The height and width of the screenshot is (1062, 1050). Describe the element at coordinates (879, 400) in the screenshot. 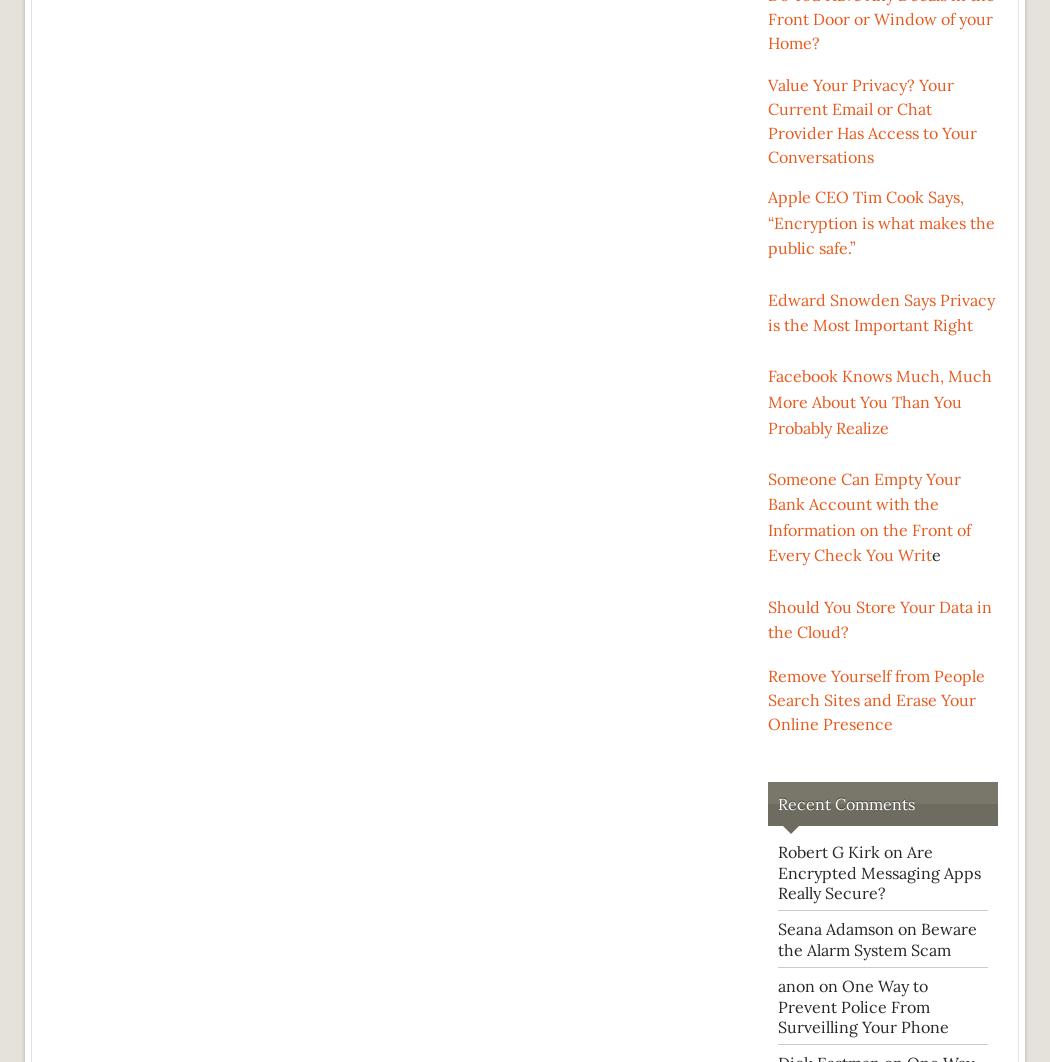

I see `'Facebook
      Knows Much, Much More About You Than You Probably Realize'` at that location.